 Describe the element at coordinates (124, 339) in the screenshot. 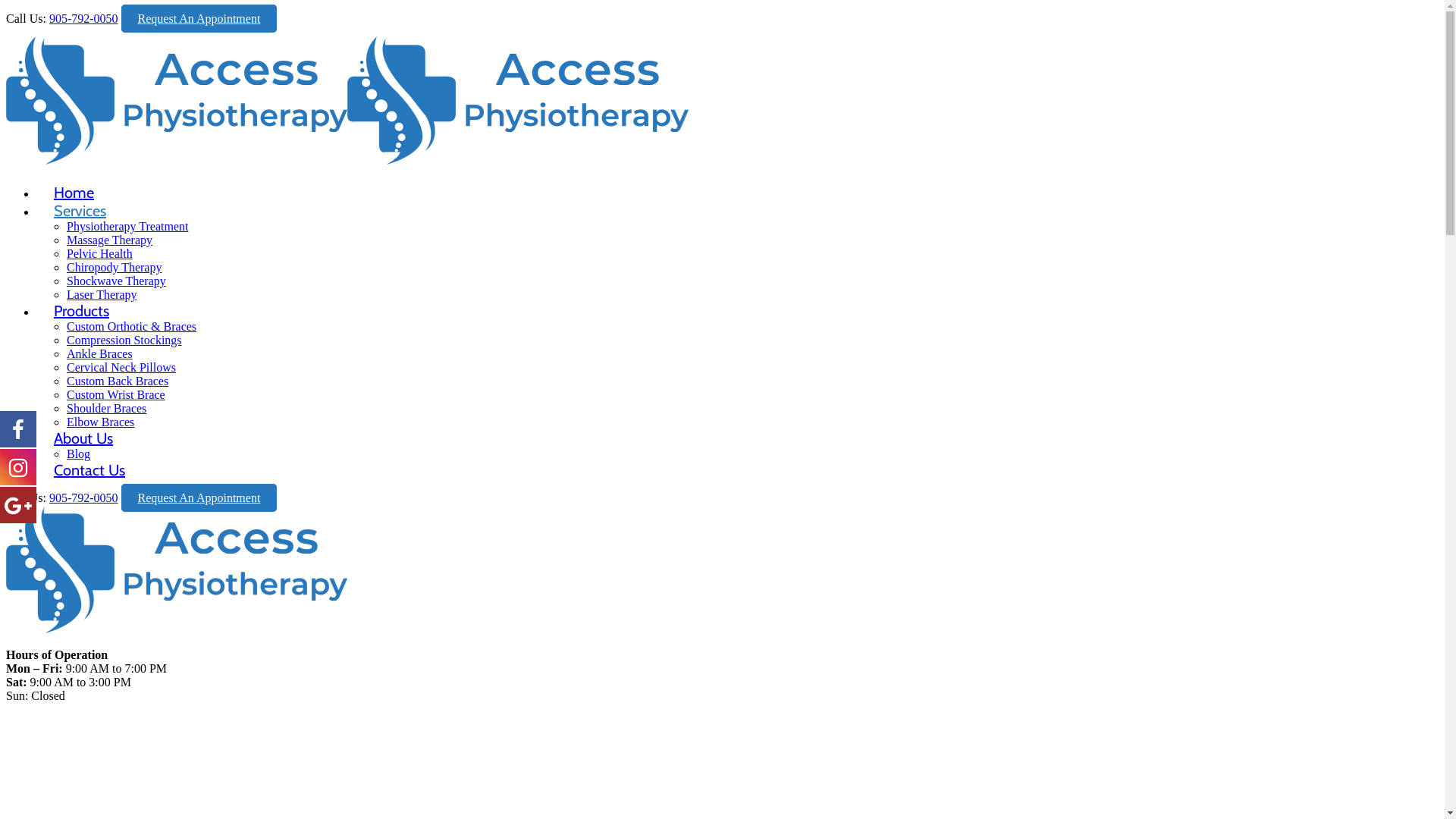

I see `'Compression Stockings'` at that location.